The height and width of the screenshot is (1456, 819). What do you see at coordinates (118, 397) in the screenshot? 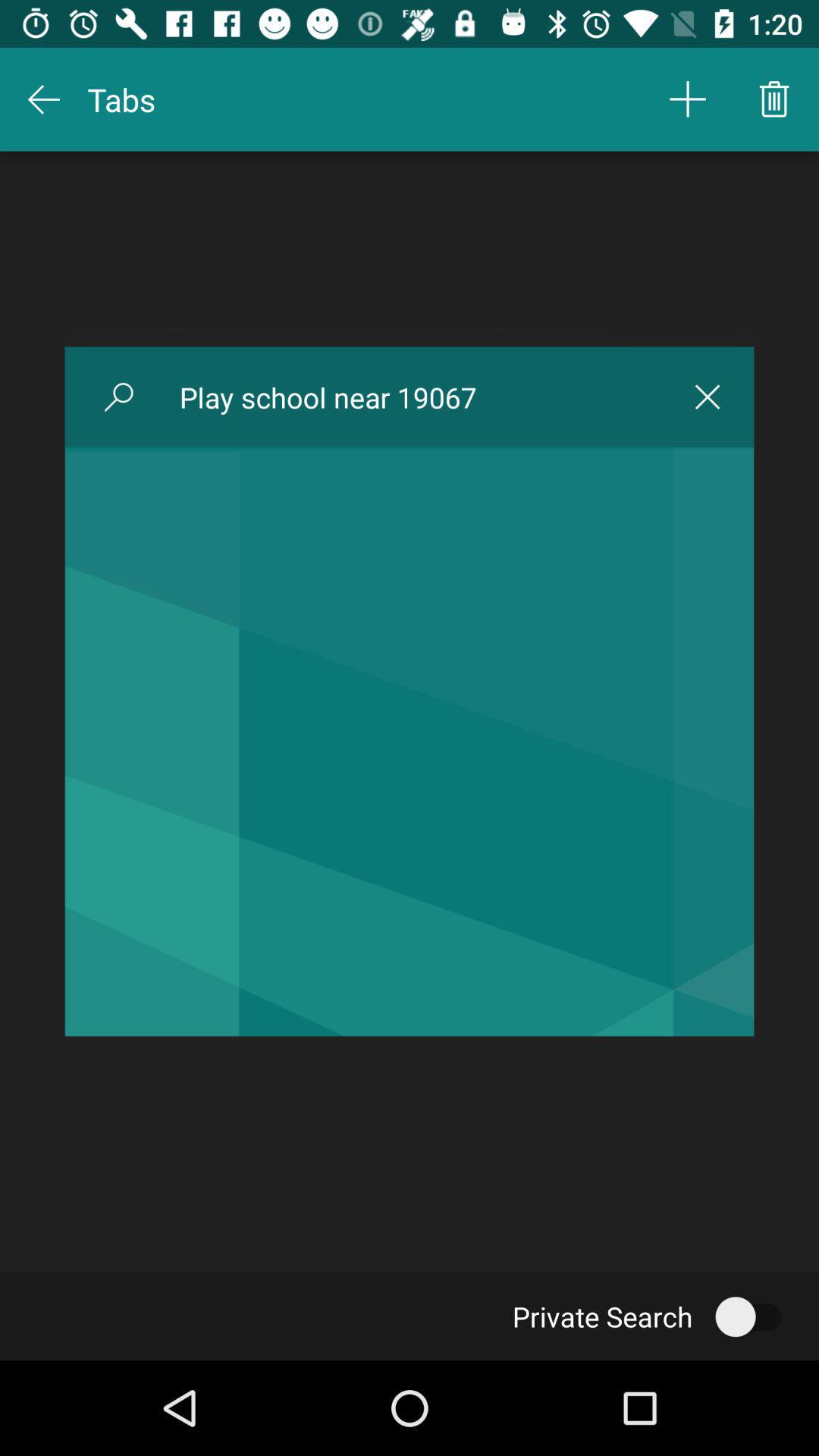
I see `icon next to play school near icon` at bounding box center [118, 397].